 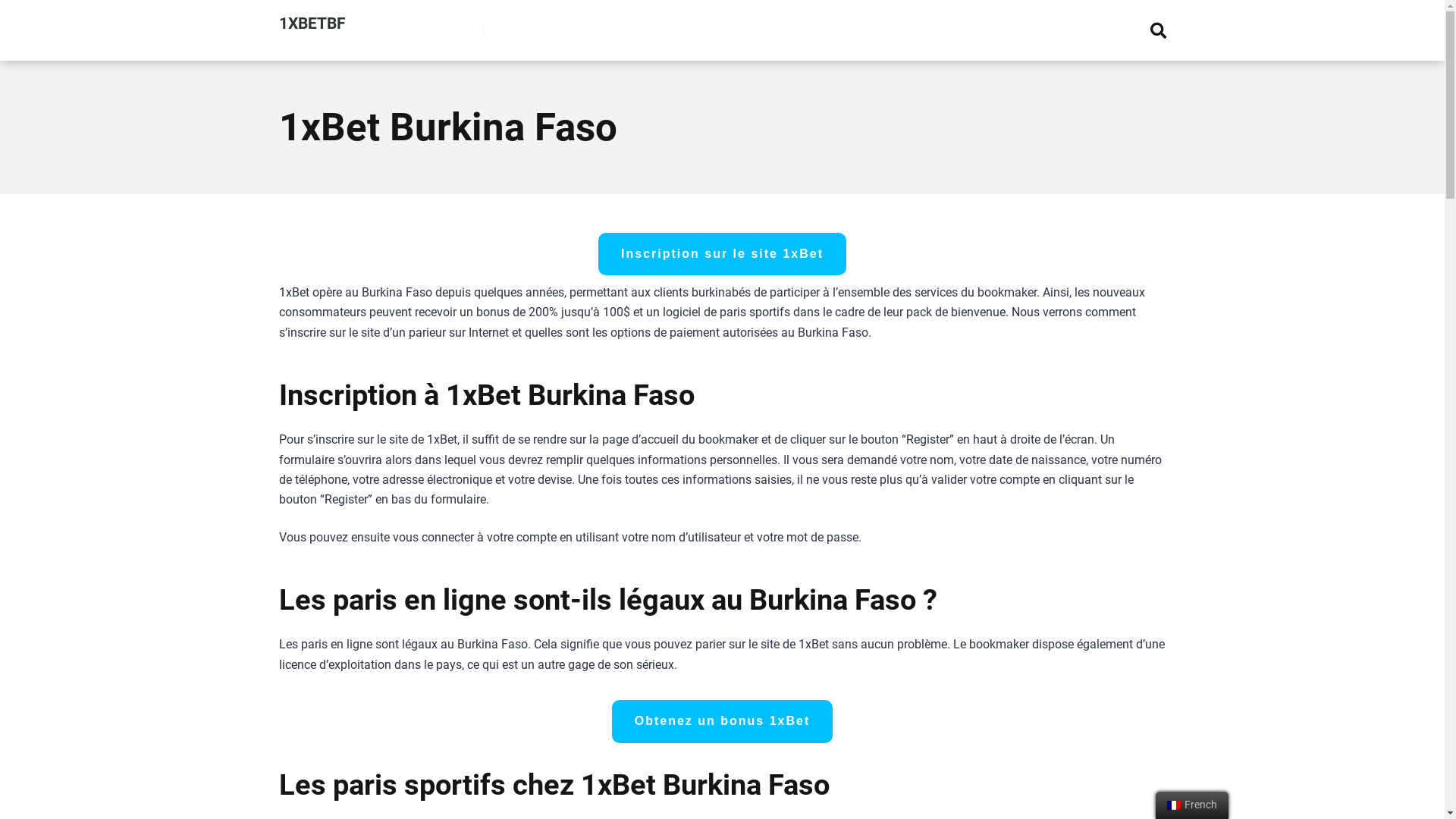 What do you see at coordinates (1172, 804) in the screenshot?
I see `'French'` at bounding box center [1172, 804].